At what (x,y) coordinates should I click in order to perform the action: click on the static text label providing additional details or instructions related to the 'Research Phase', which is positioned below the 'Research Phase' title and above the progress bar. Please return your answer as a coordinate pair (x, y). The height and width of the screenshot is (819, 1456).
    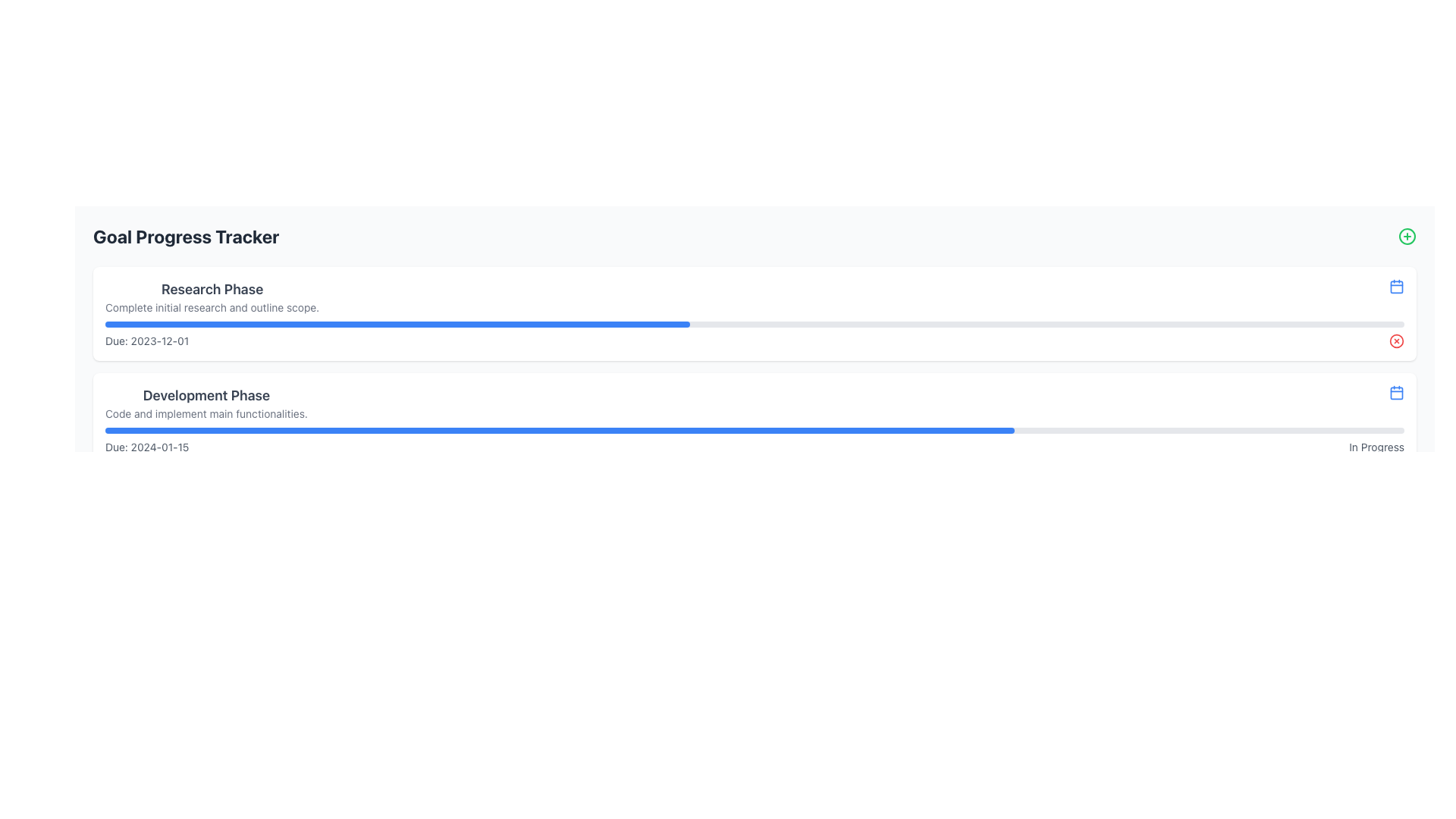
    Looking at the image, I should click on (212, 307).